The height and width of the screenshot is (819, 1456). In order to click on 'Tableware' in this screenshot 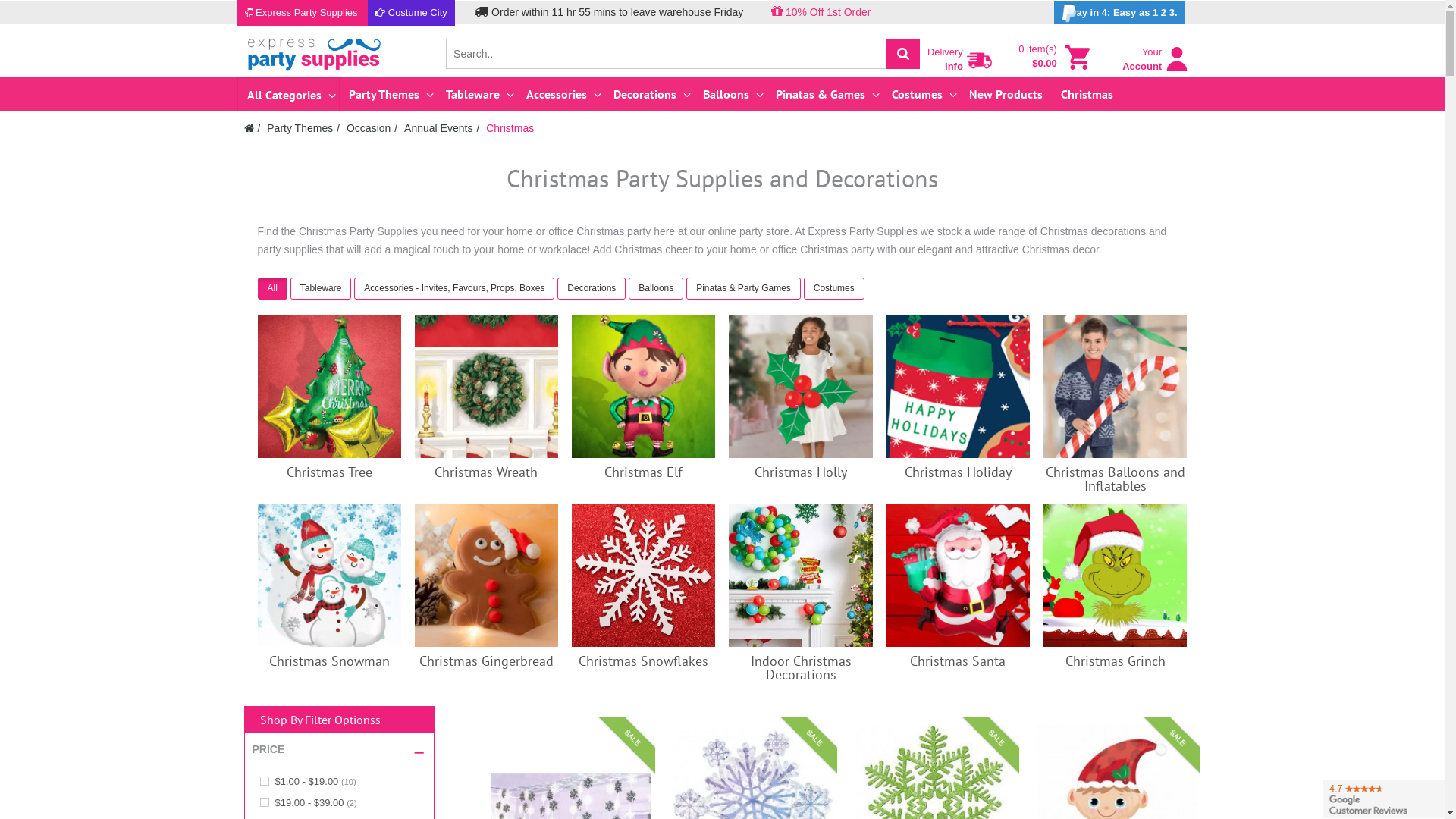, I will do `click(320, 288)`.